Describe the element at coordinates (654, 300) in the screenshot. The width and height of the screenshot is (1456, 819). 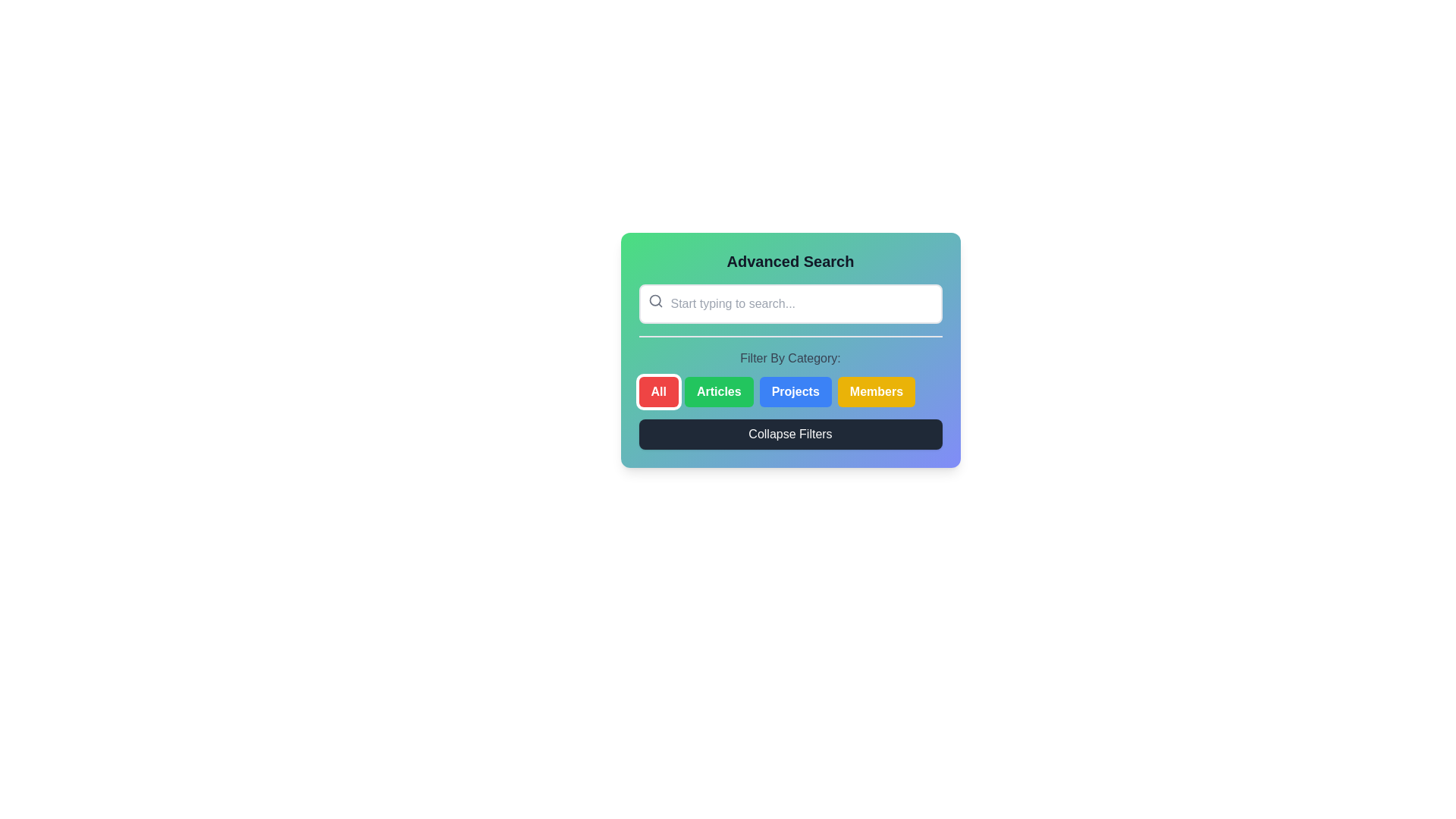
I see `the circular part of the magnifying glass icon, which has a gray border and transparent fill, located to the left of the input field labeled 'Start typing to search...' in the 'Advanced Search' section` at that location.